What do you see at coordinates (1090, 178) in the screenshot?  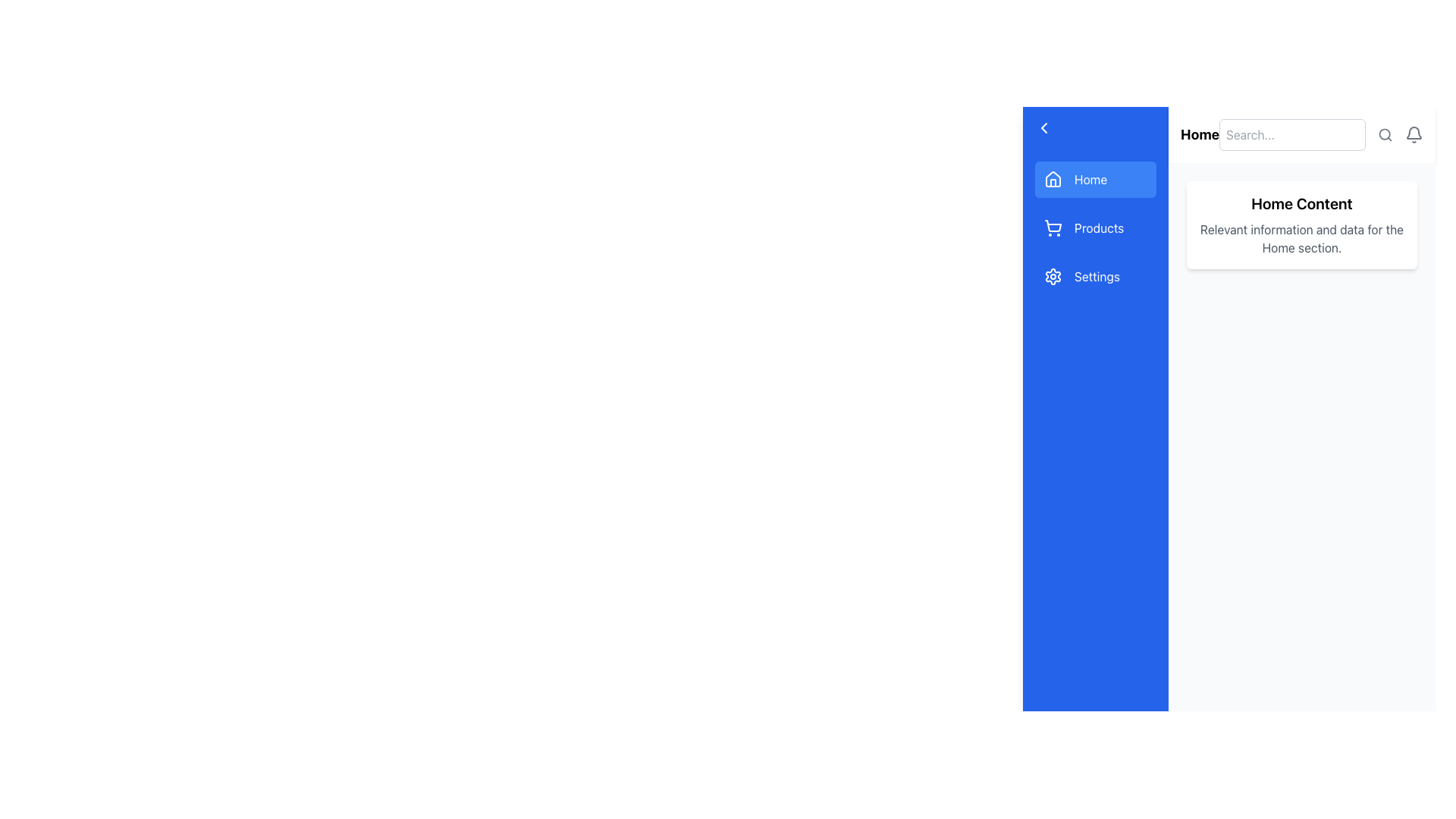 I see `the 'Home' text label` at bounding box center [1090, 178].